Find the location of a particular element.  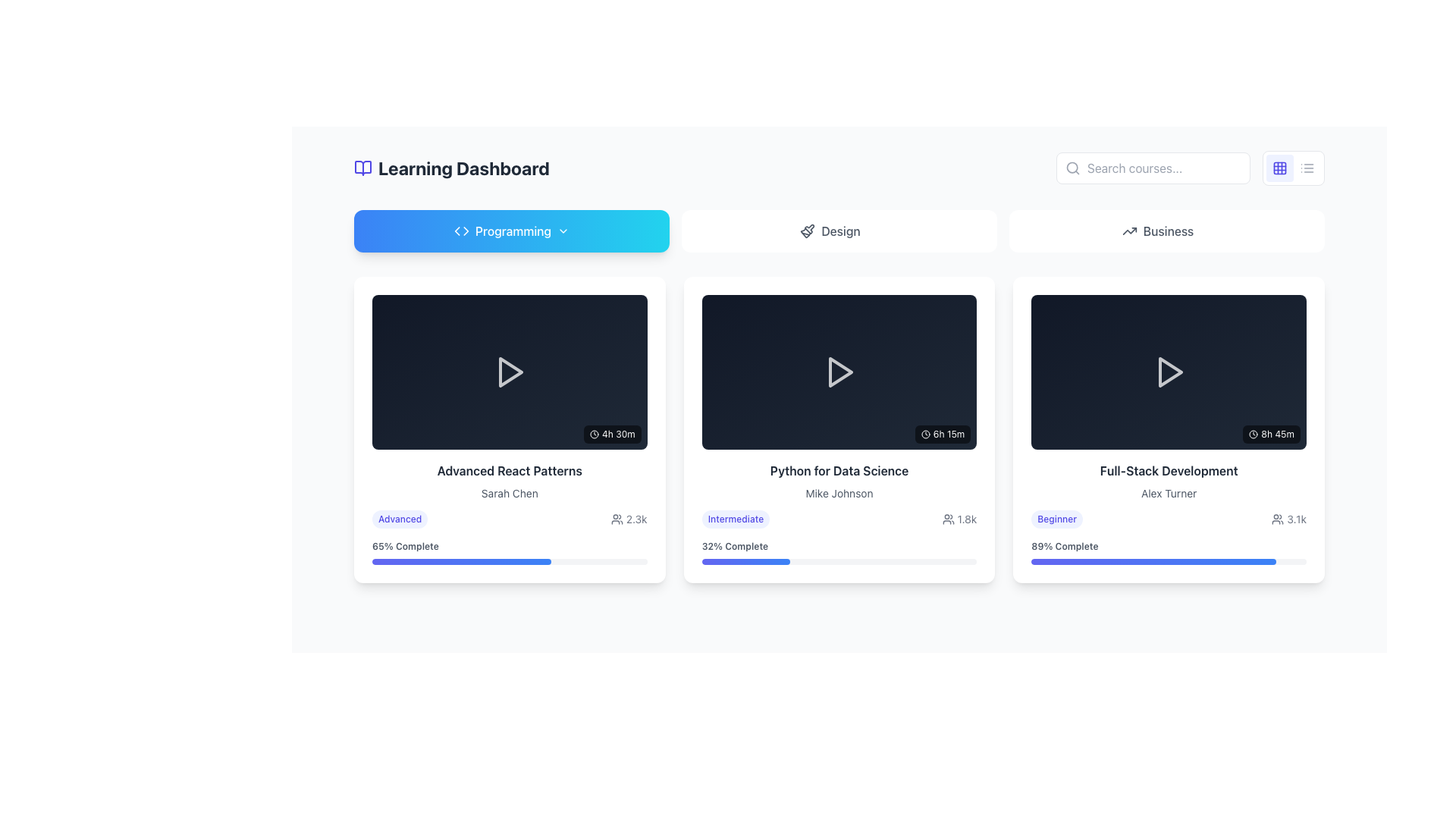

the Label with icon displaying '8h 45m' duration in the bottom-right corner of the 'Full-Stack Development' card is located at coordinates (1272, 434).